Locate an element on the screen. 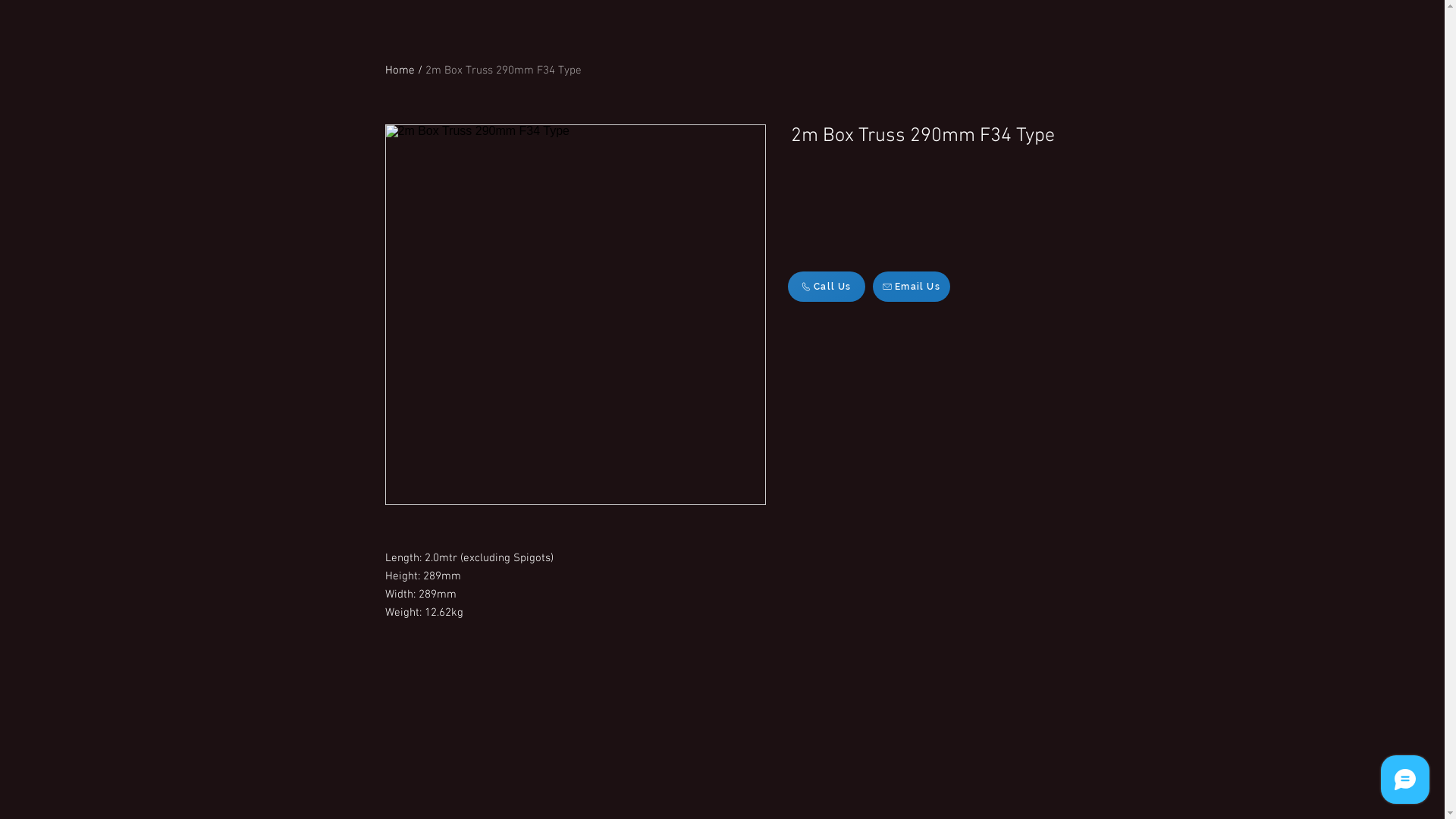  '2m Box Truss 290mm F34 Type' is located at coordinates (425, 70).